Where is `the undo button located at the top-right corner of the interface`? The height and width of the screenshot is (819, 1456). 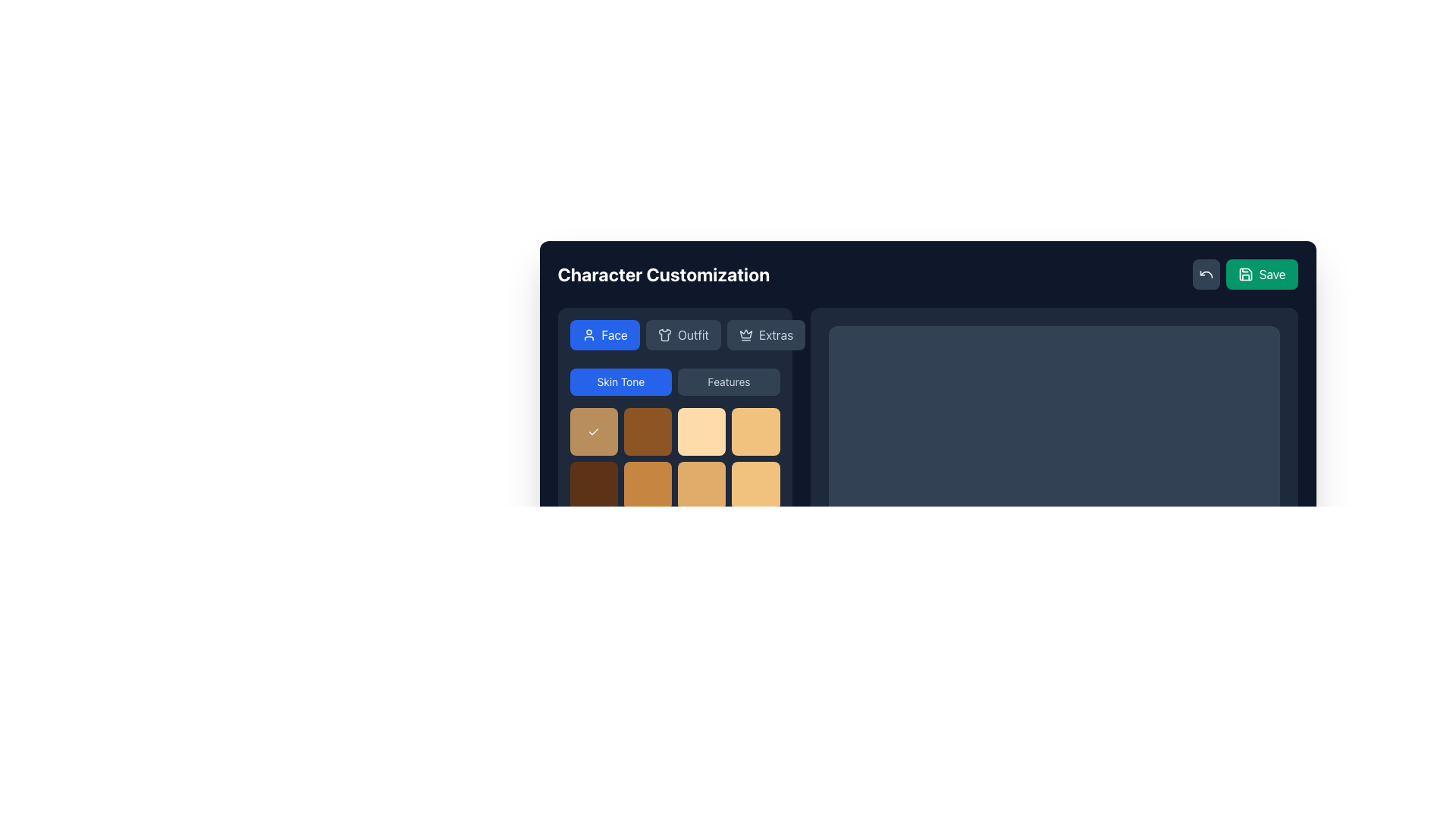
the undo button located at the top-right corner of the interface is located at coordinates (1205, 275).